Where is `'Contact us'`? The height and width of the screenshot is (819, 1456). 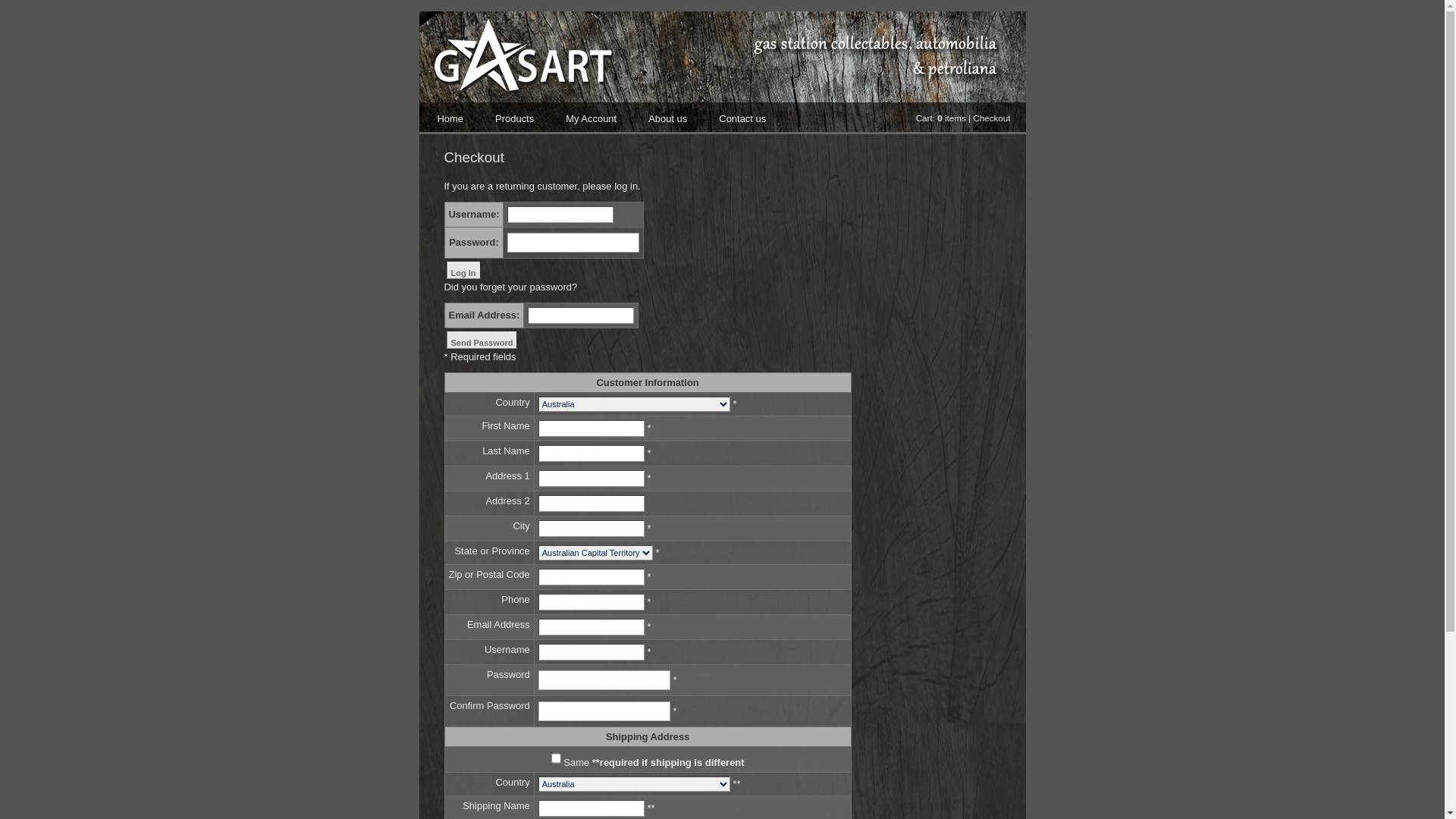
'Contact us' is located at coordinates (742, 118).